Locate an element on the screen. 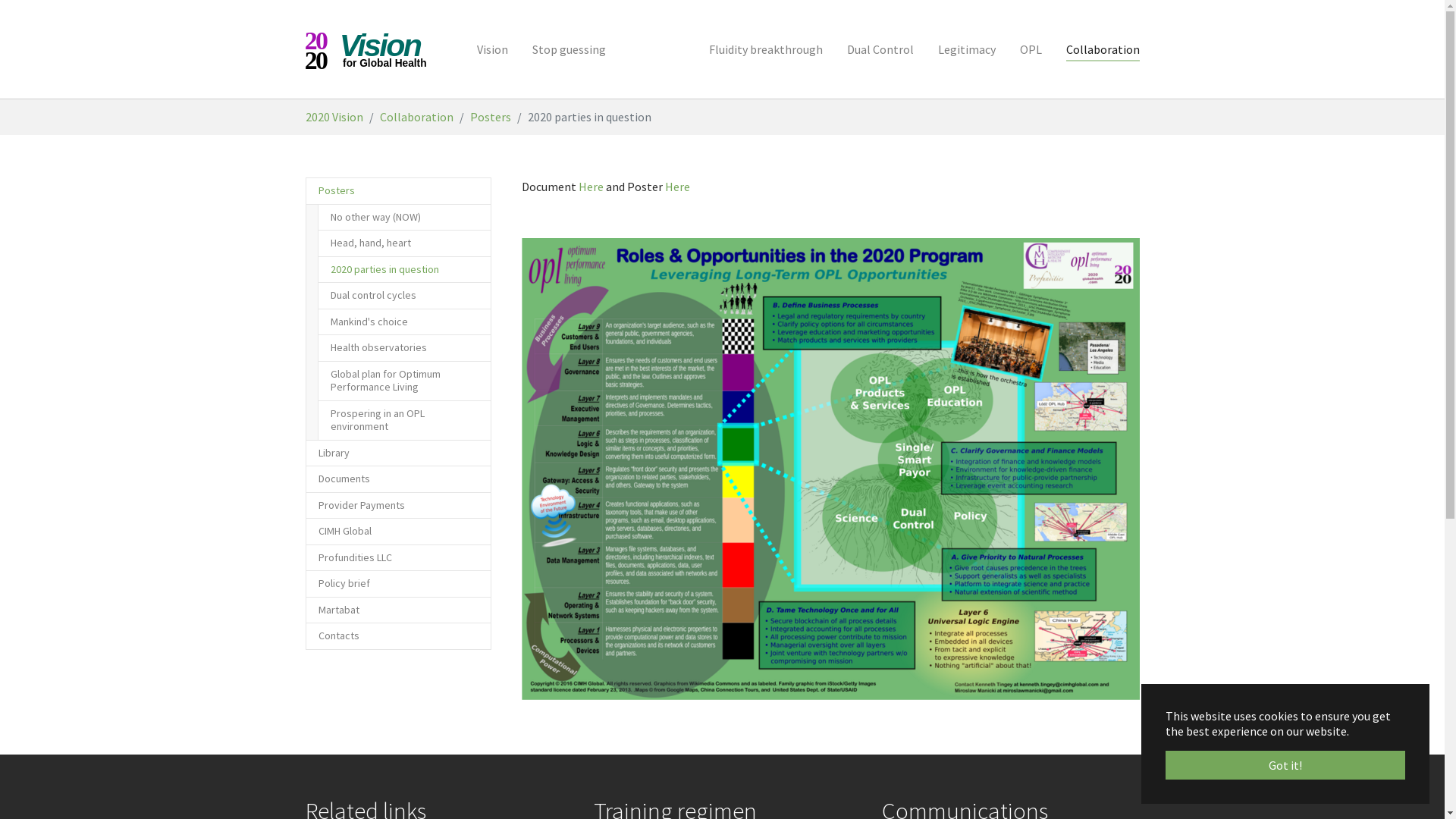 This screenshot has width=1456, height=819. '2020 parties in question is located at coordinates (403, 268).